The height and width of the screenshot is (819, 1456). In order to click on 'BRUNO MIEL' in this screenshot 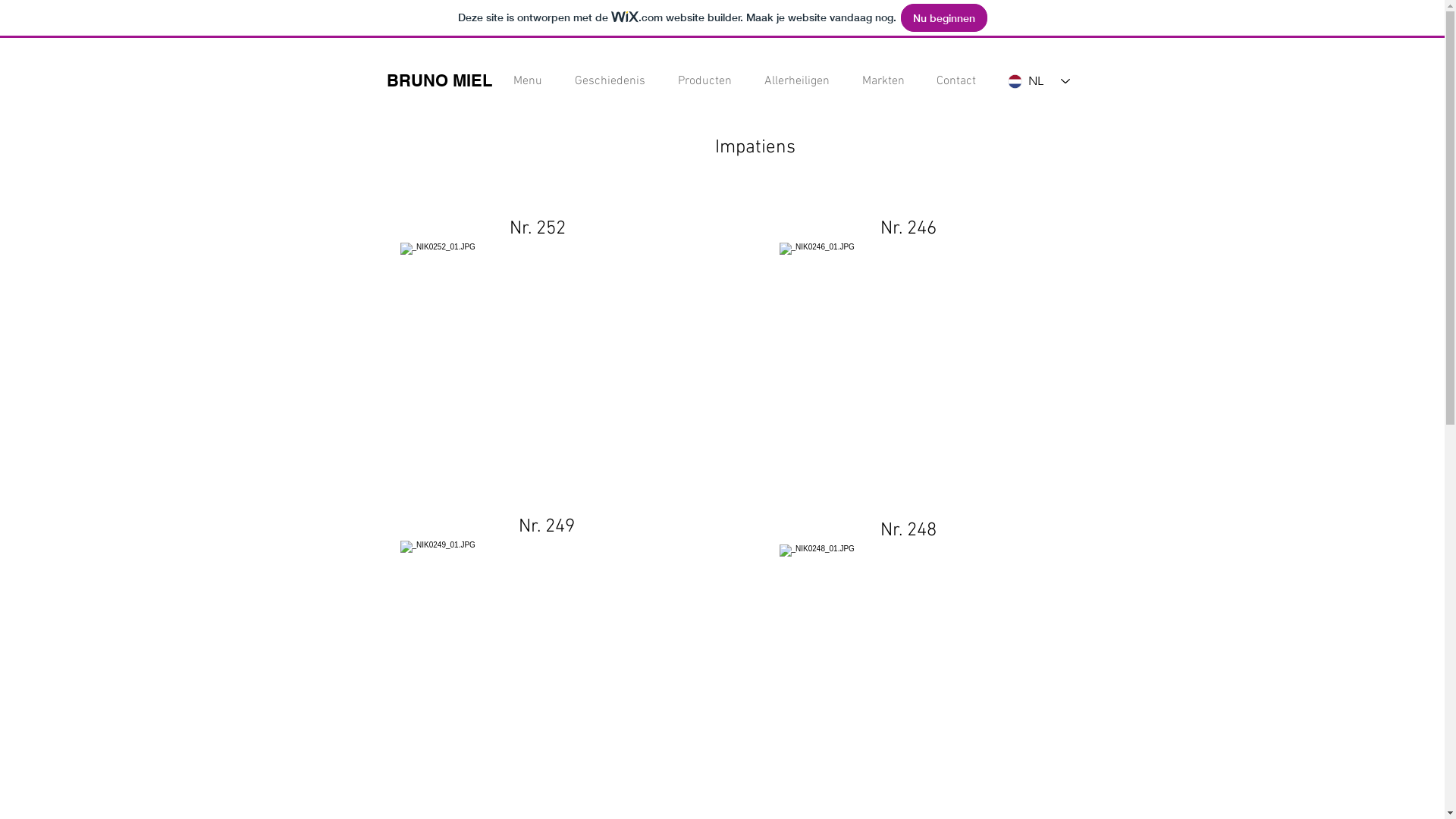, I will do `click(386, 80)`.